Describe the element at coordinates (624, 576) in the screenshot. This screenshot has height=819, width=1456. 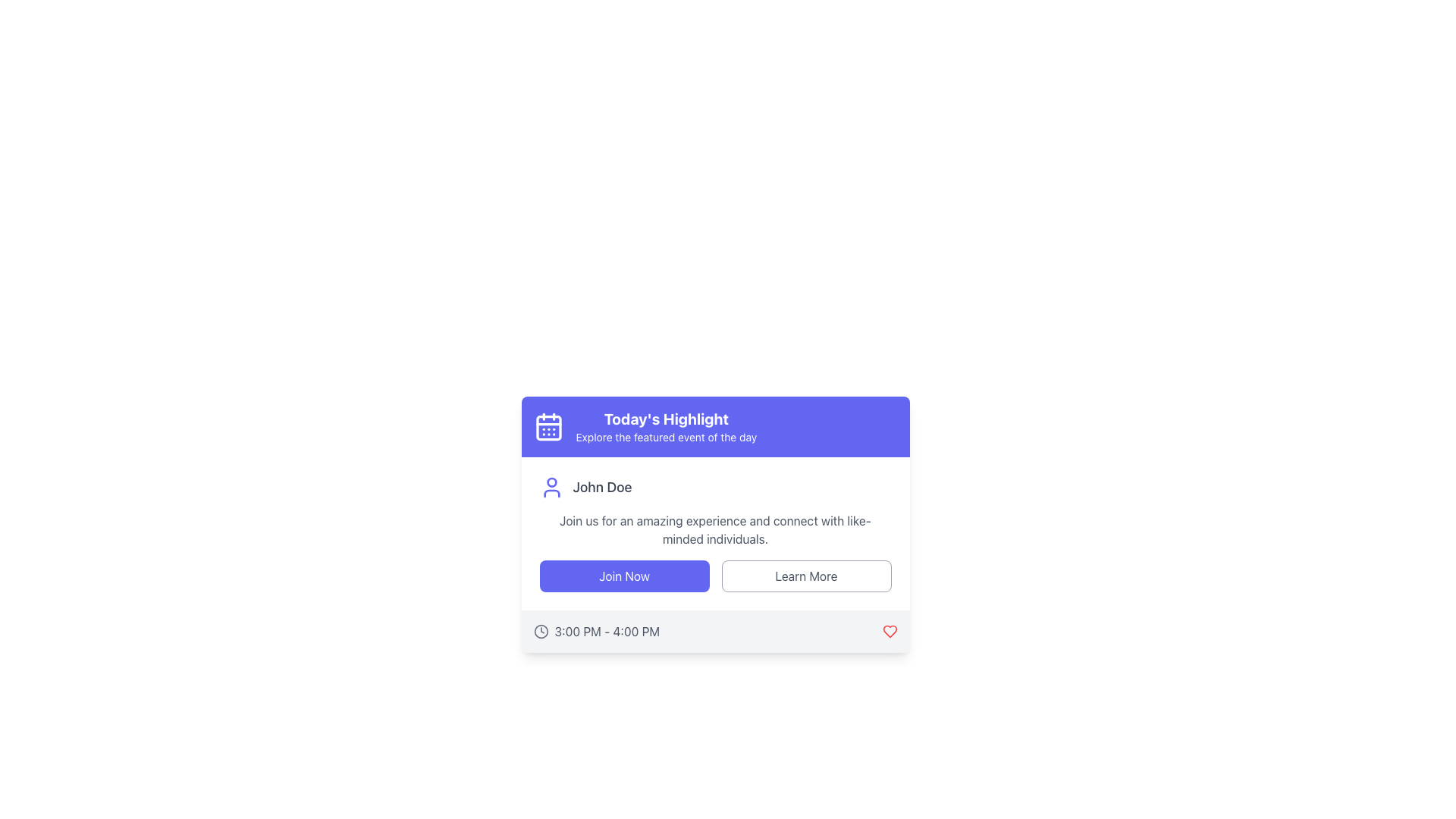
I see `the rectangular 'Join Now' button with an indigo background and white text to observe the hover effect` at that location.